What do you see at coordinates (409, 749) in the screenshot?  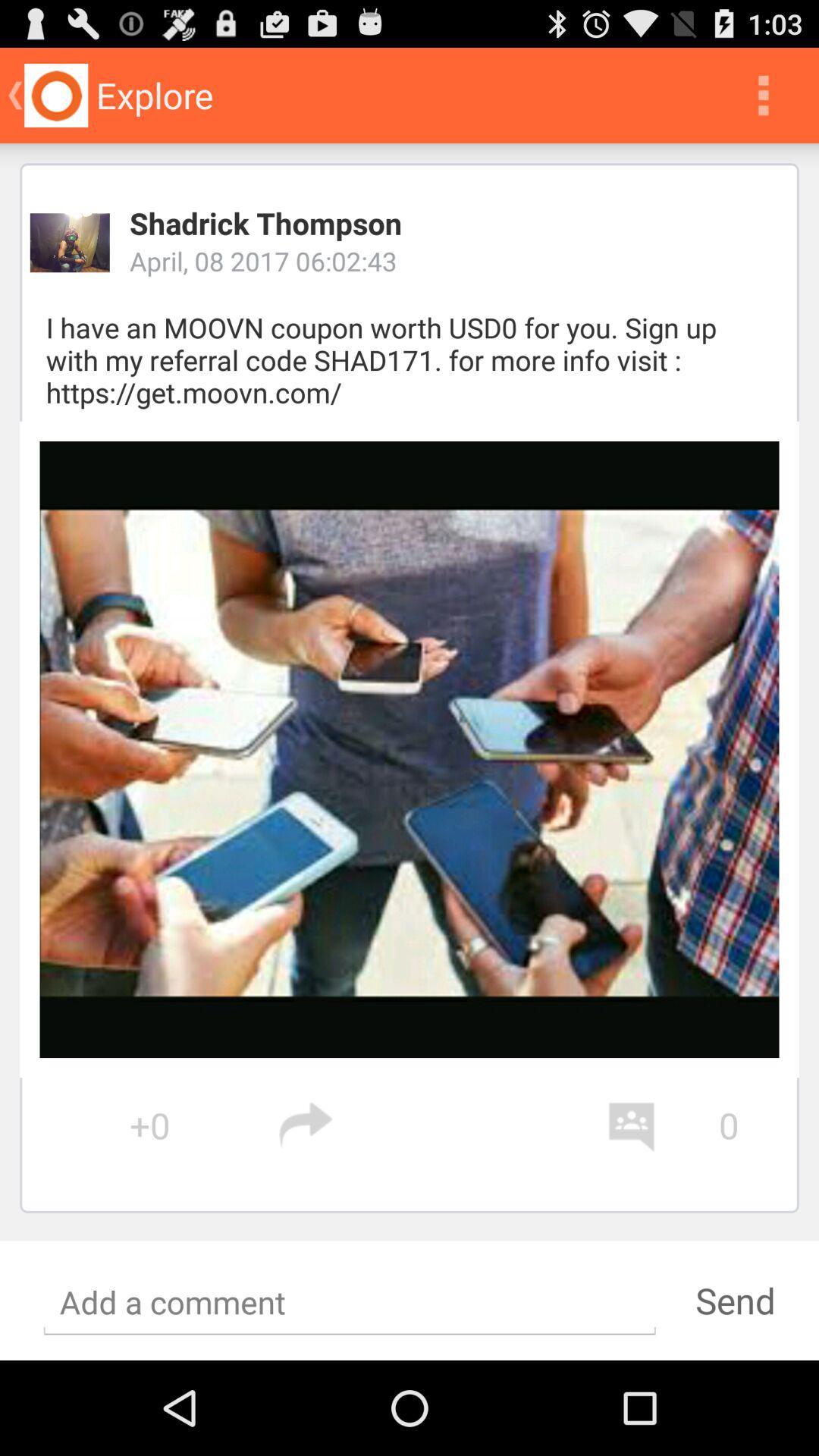 I see `the image at center of the page` at bounding box center [409, 749].